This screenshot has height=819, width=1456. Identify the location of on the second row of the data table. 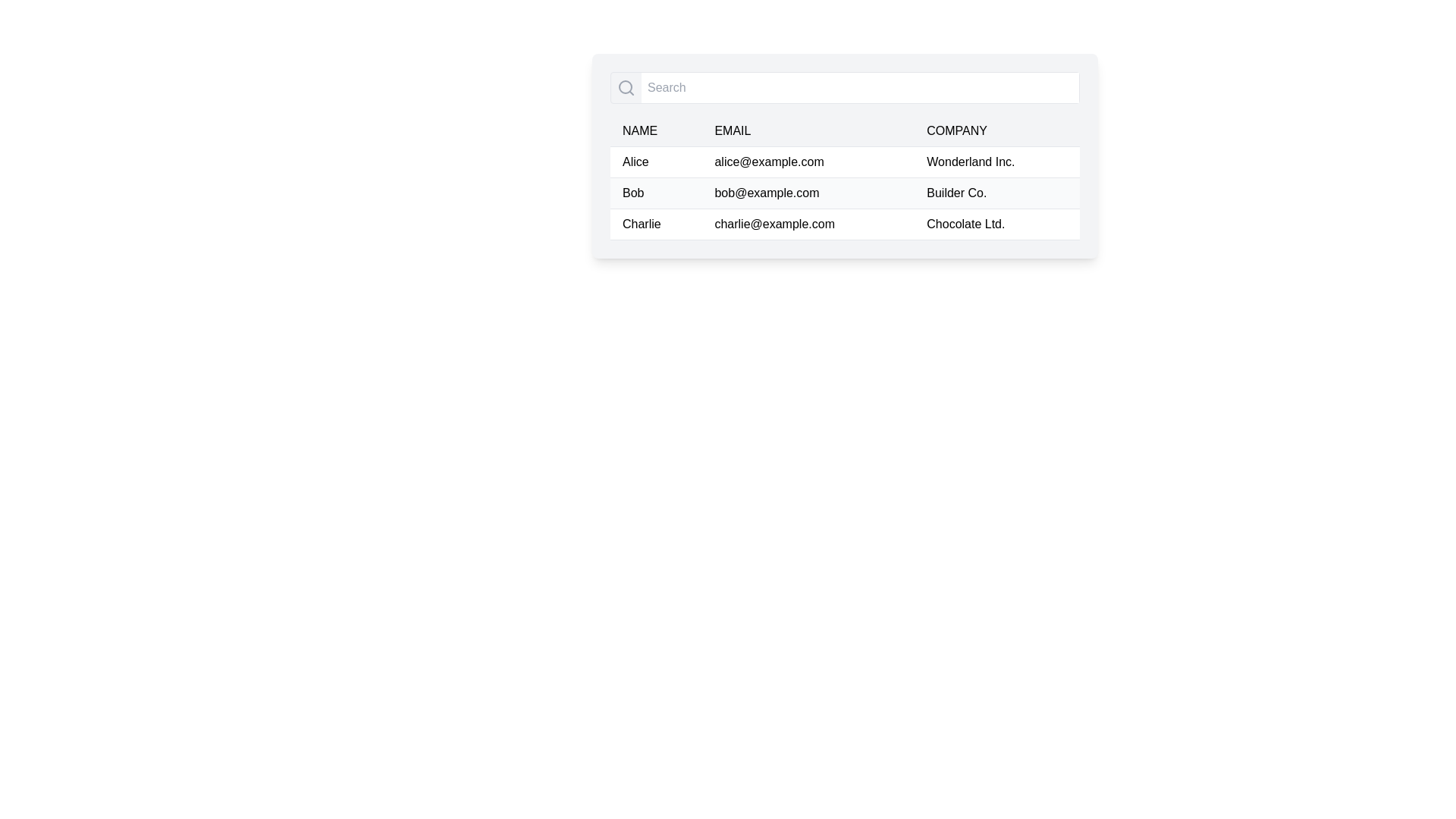
(844, 192).